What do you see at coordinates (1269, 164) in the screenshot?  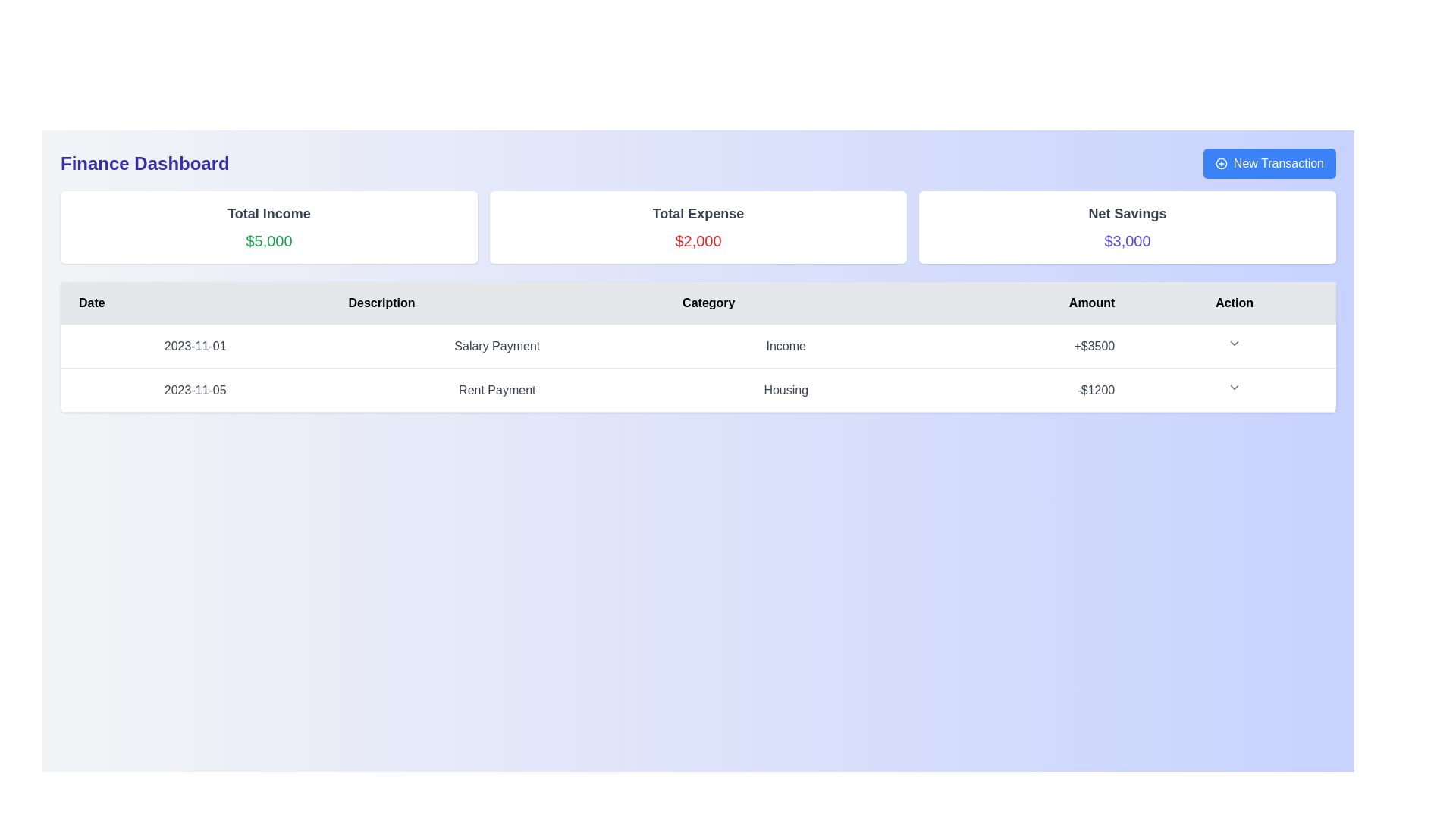 I see `keyboard navigation` at bounding box center [1269, 164].